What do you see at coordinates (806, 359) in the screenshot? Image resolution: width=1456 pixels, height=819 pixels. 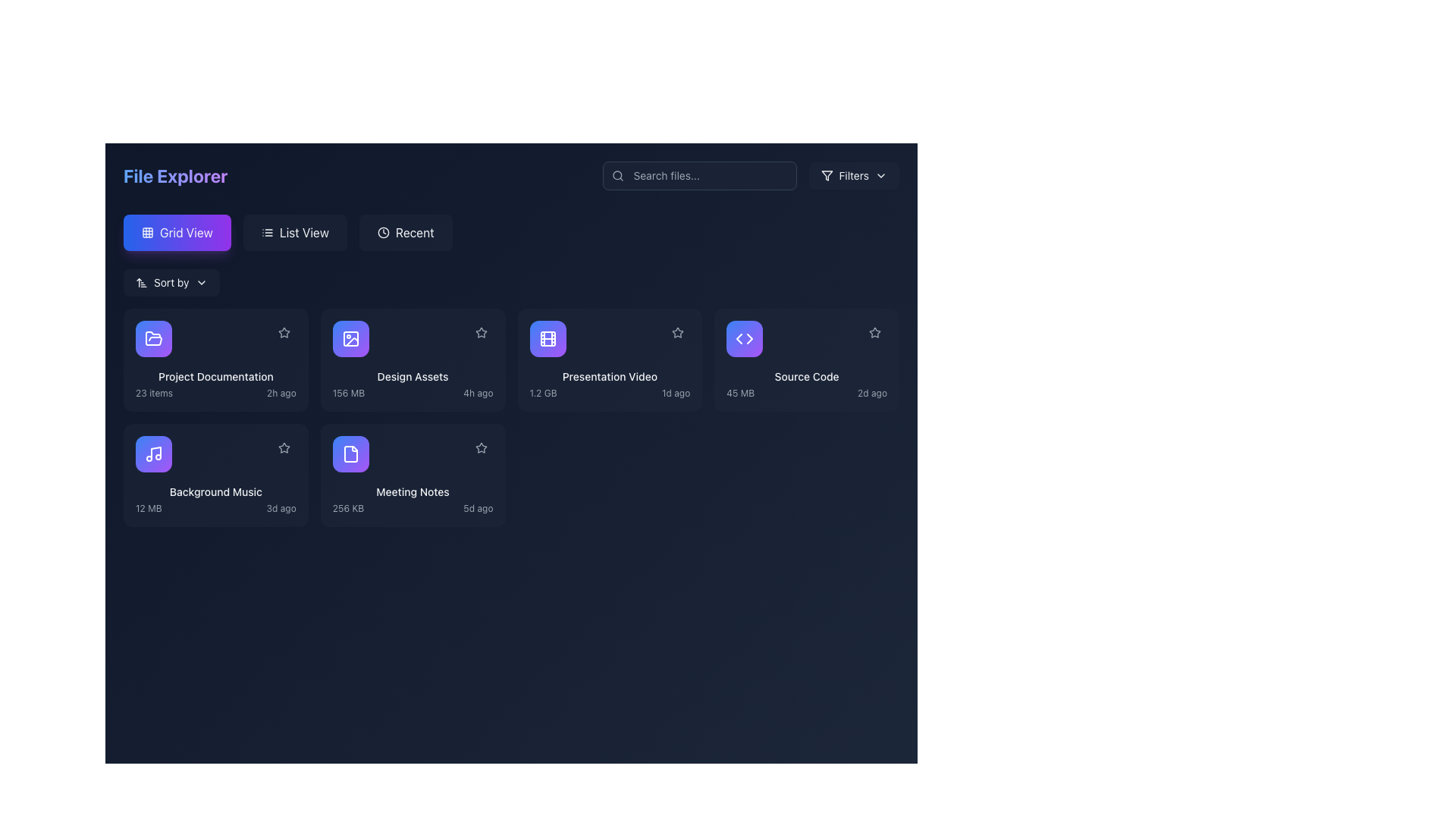 I see `the 'Source Code' interactive card located` at bounding box center [806, 359].